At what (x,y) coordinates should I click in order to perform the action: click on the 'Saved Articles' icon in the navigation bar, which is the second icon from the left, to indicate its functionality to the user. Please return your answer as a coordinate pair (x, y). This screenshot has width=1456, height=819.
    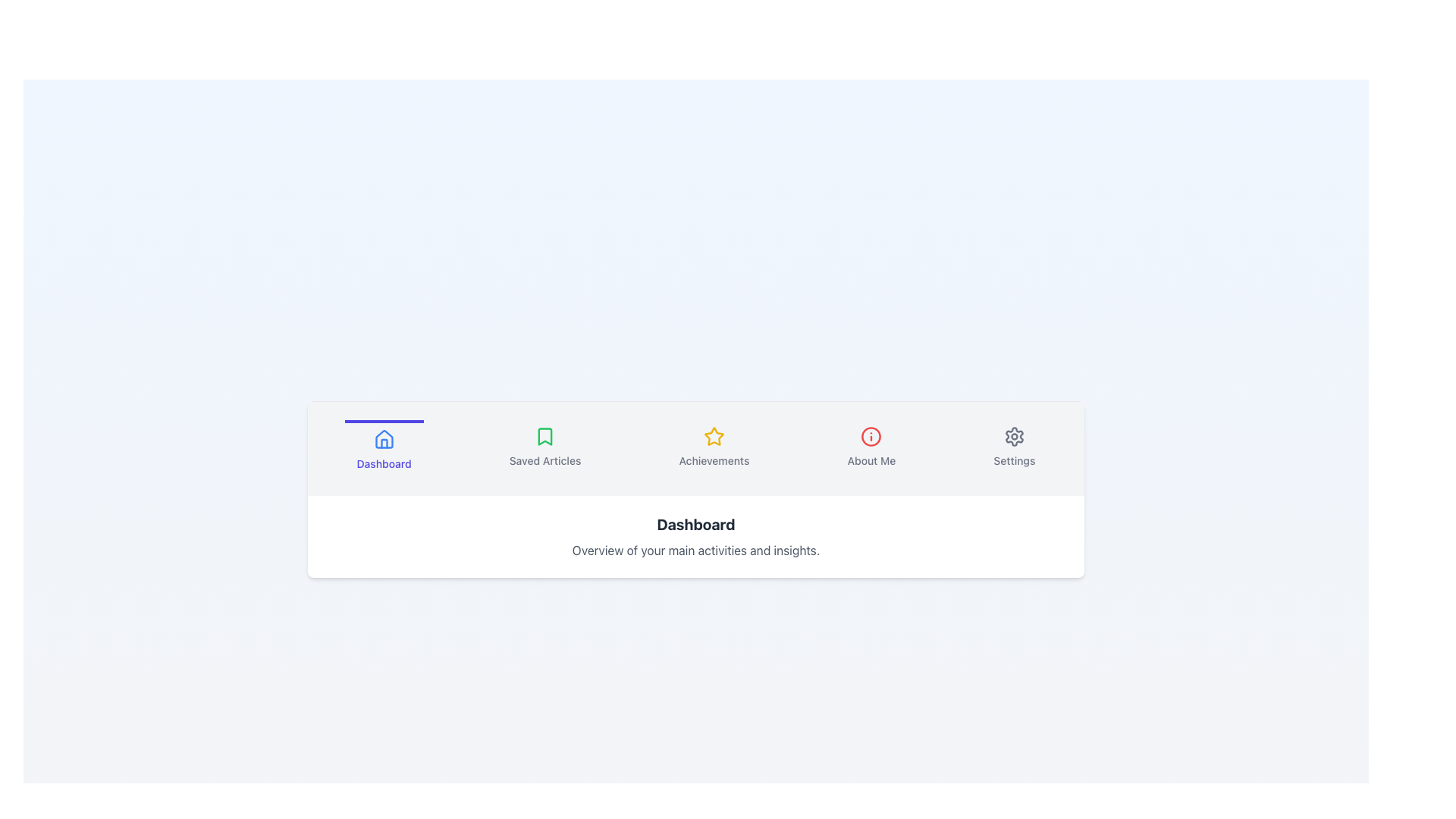
    Looking at the image, I should click on (545, 436).